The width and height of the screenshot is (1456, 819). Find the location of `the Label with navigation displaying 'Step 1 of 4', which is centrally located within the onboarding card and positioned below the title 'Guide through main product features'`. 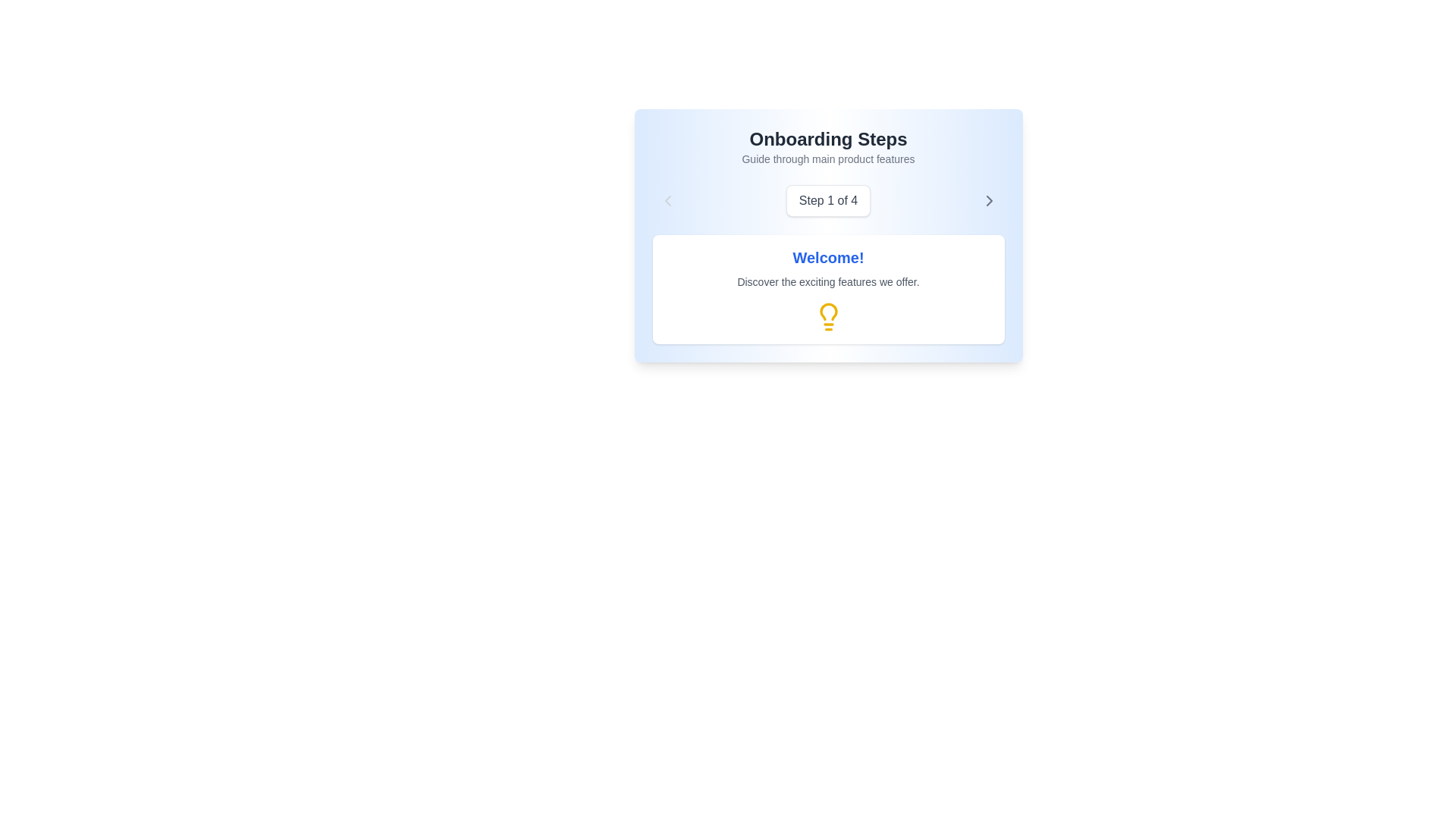

the Label with navigation displaying 'Step 1 of 4', which is centrally located within the onboarding card and positioned below the title 'Guide through main product features' is located at coordinates (827, 200).